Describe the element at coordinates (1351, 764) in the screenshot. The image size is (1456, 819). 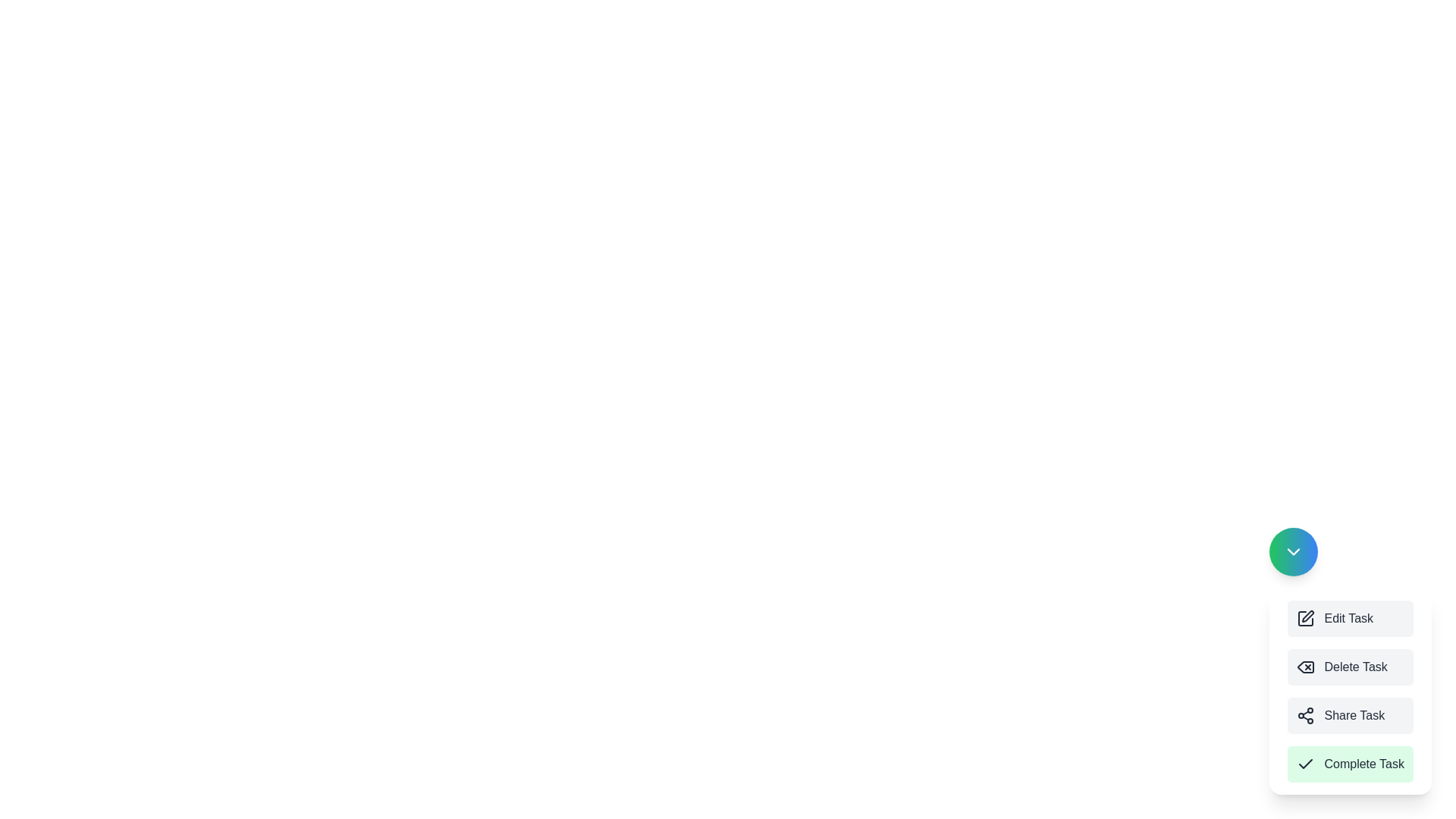
I see `the menu option corresponding to Complete Task` at that location.